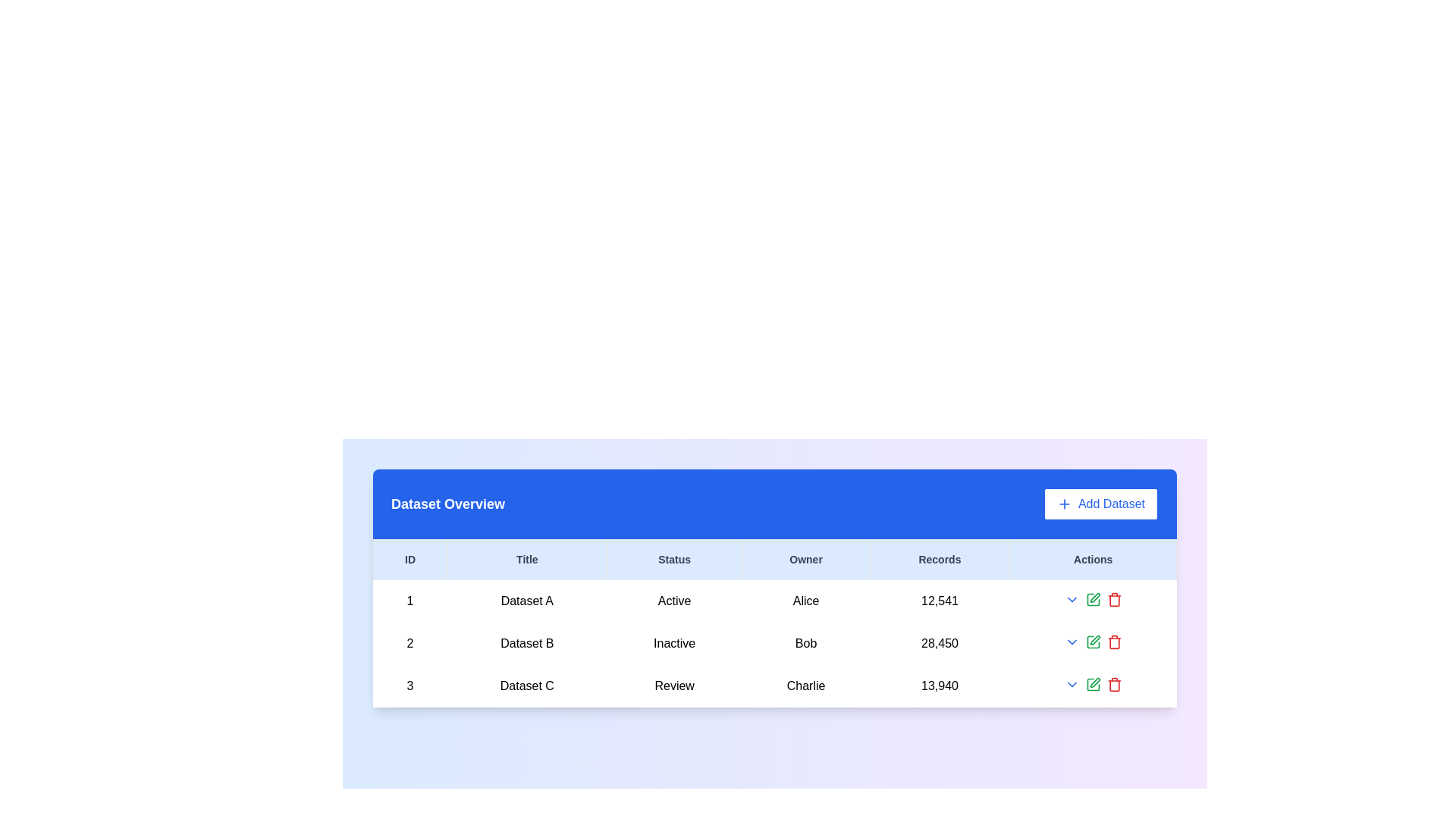  What do you see at coordinates (1095, 597) in the screenshot?
I see `the pen icon in the 'Actions' column of the data table` at bounding box center [1095, 597].